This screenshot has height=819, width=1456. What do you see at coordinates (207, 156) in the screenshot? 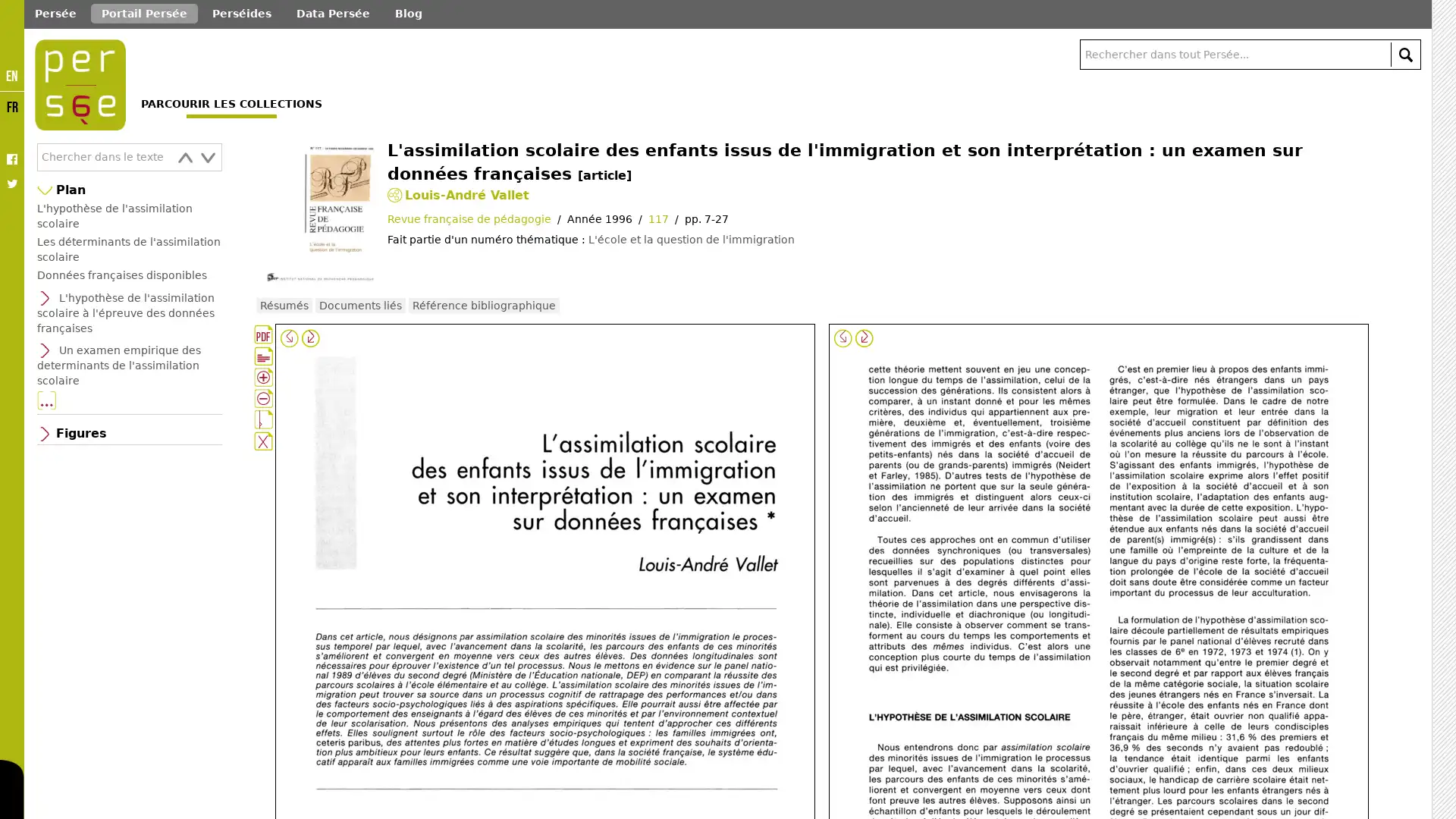
I see `next` at bounding box center [207, 156].